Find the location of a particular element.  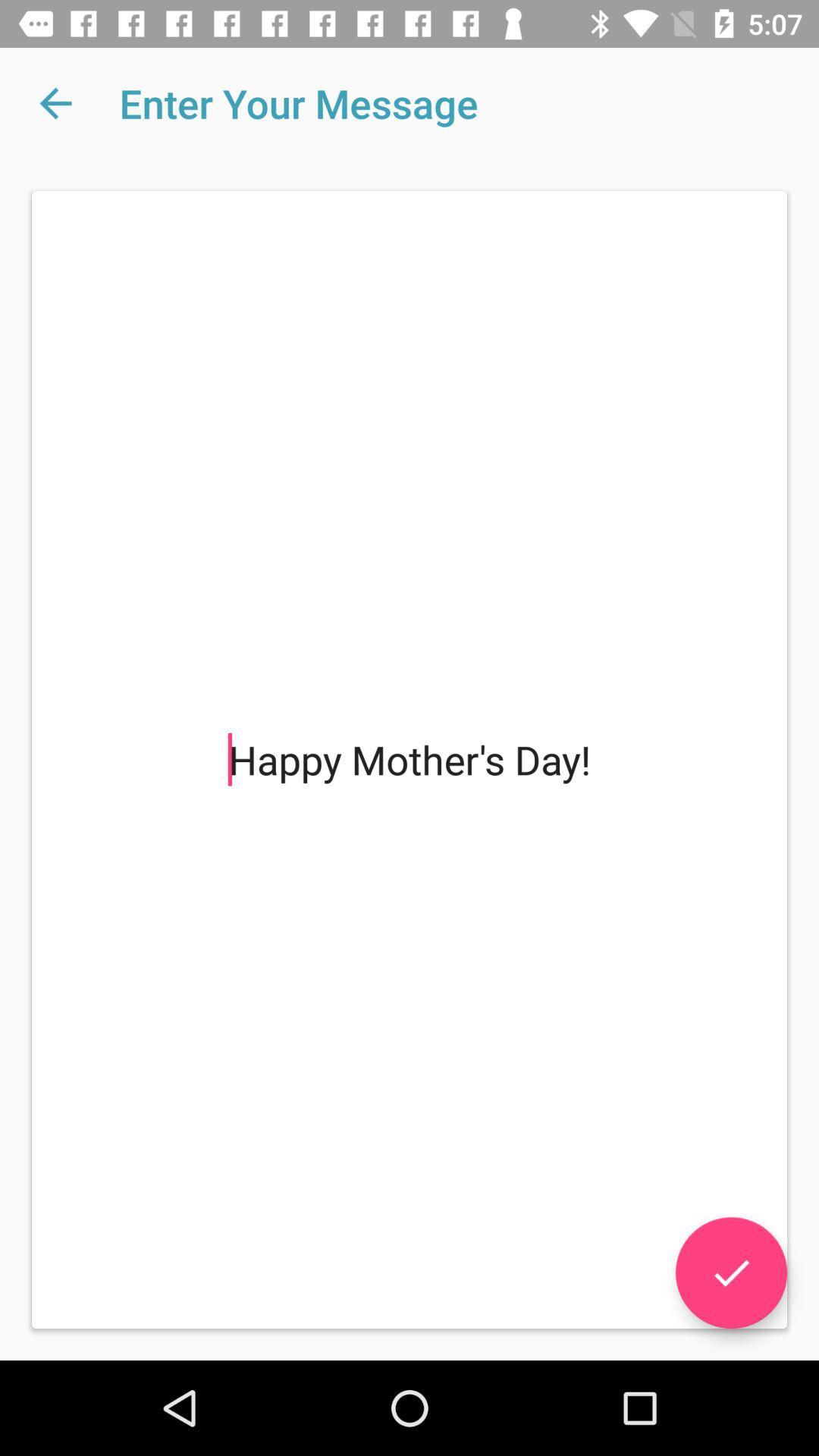

the check icon is located at coordinates (730, 1272).